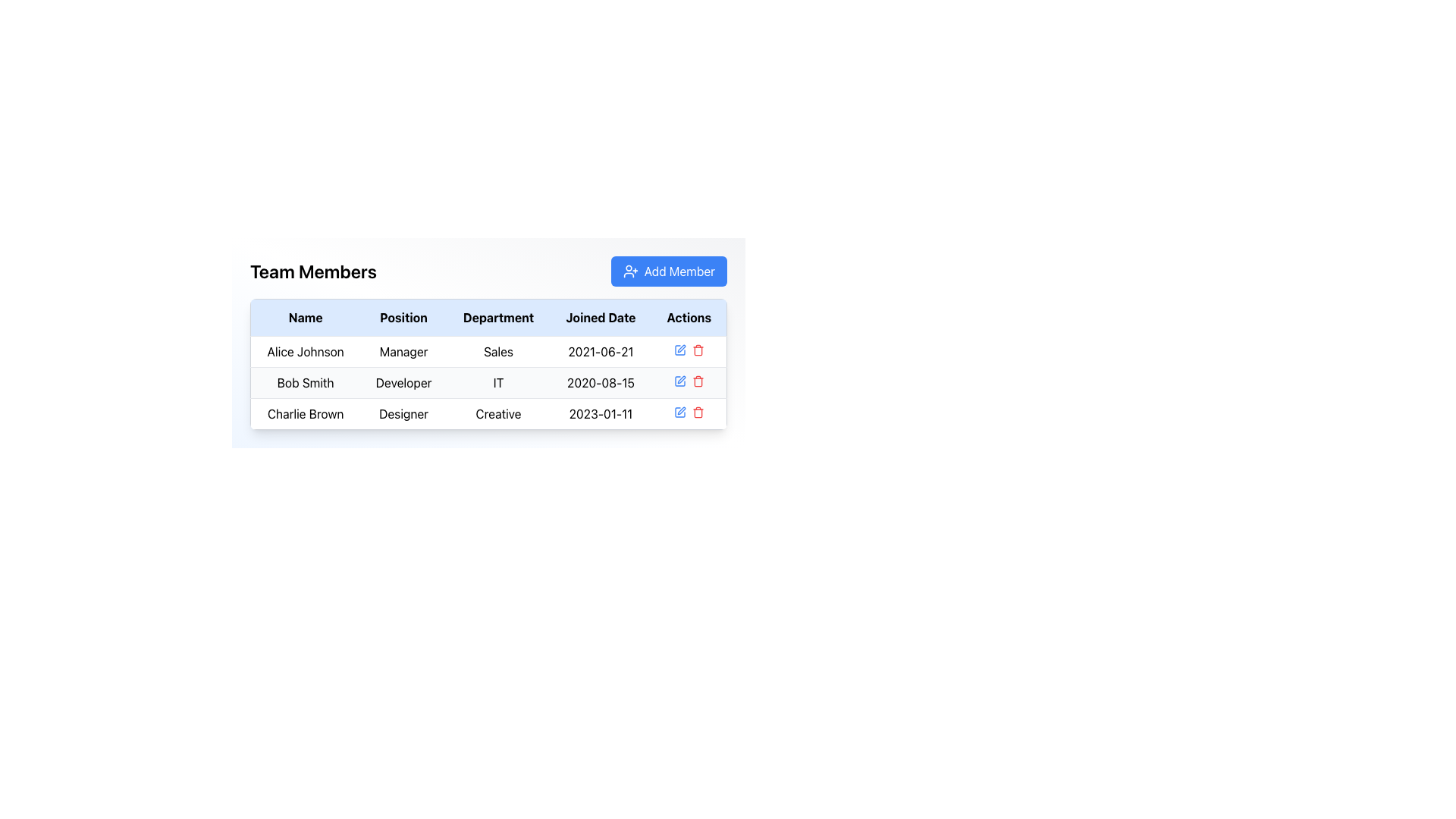 The image size is (1456, 819). Describe the element at coordinates (498, 382) in the screenshot. I see `the textual label for the department 'IT' associated with 'Bob Smith' in the table under the 'Department' column` at that location.